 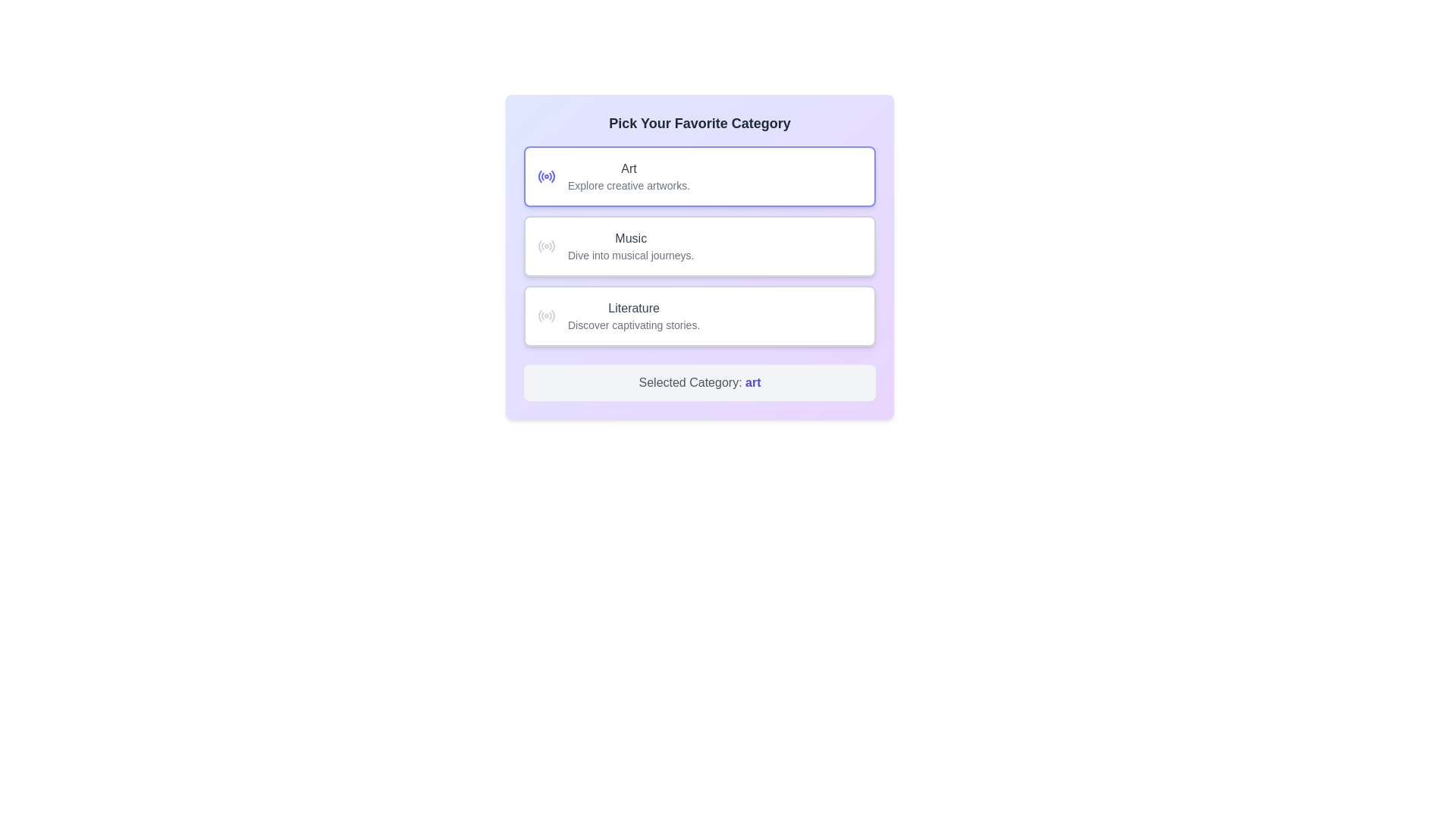 What do you see at coordinates (698, 315) in the screenshot?
I see `the selectable list item titled 'Literature'` at bounding box center [698, 315].